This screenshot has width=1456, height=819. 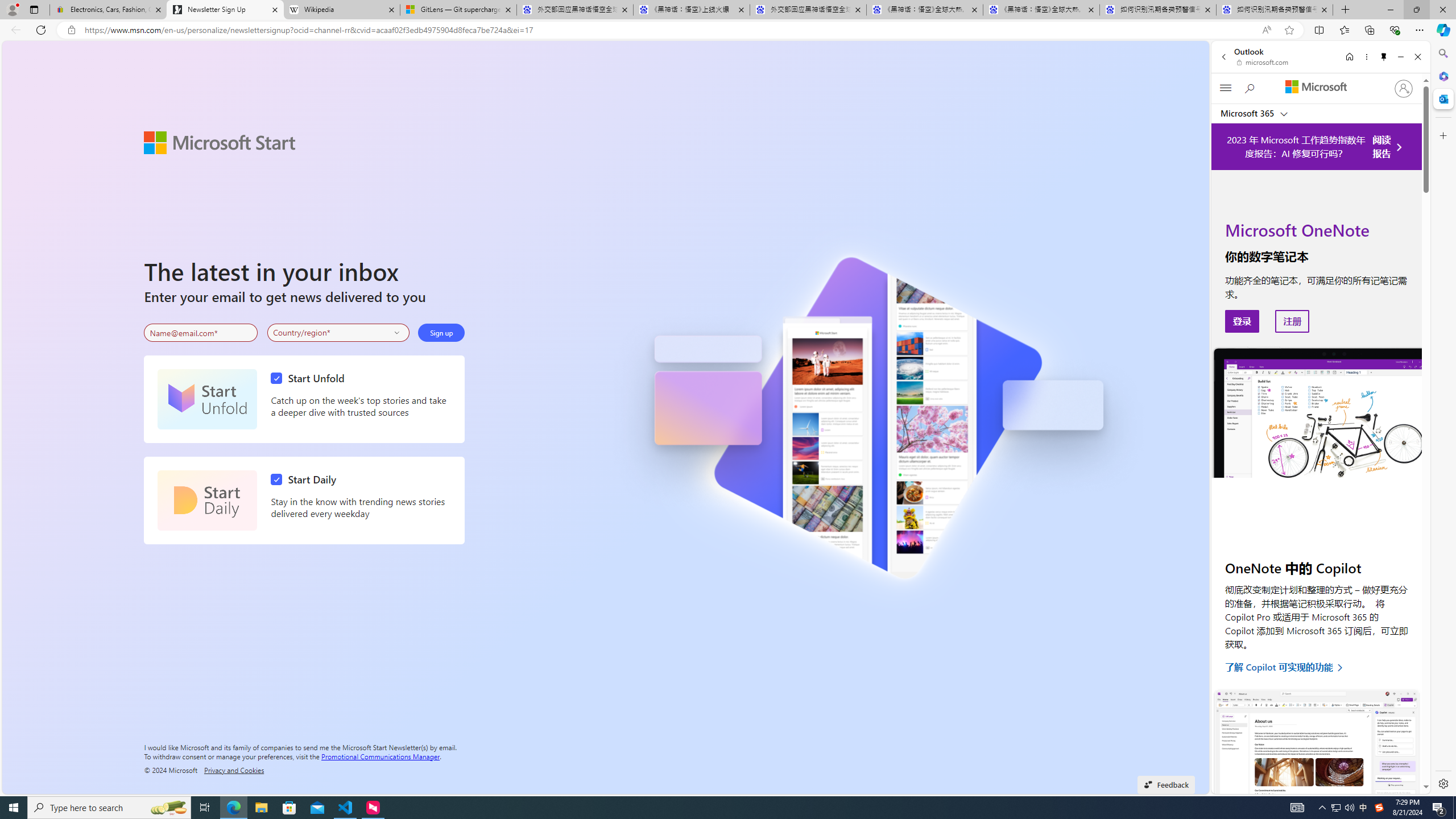 What do you see at coordinates (441, 333) in the screenshot?
I see `'Sign up'` at bounding box center [441, 333].